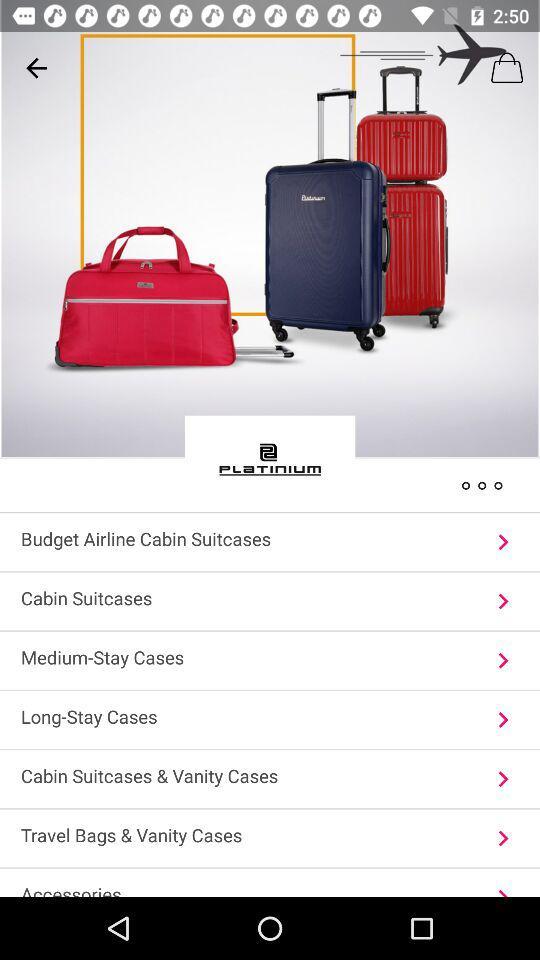  I want to click on next icon of mediumstay cases, so click(502, 659).